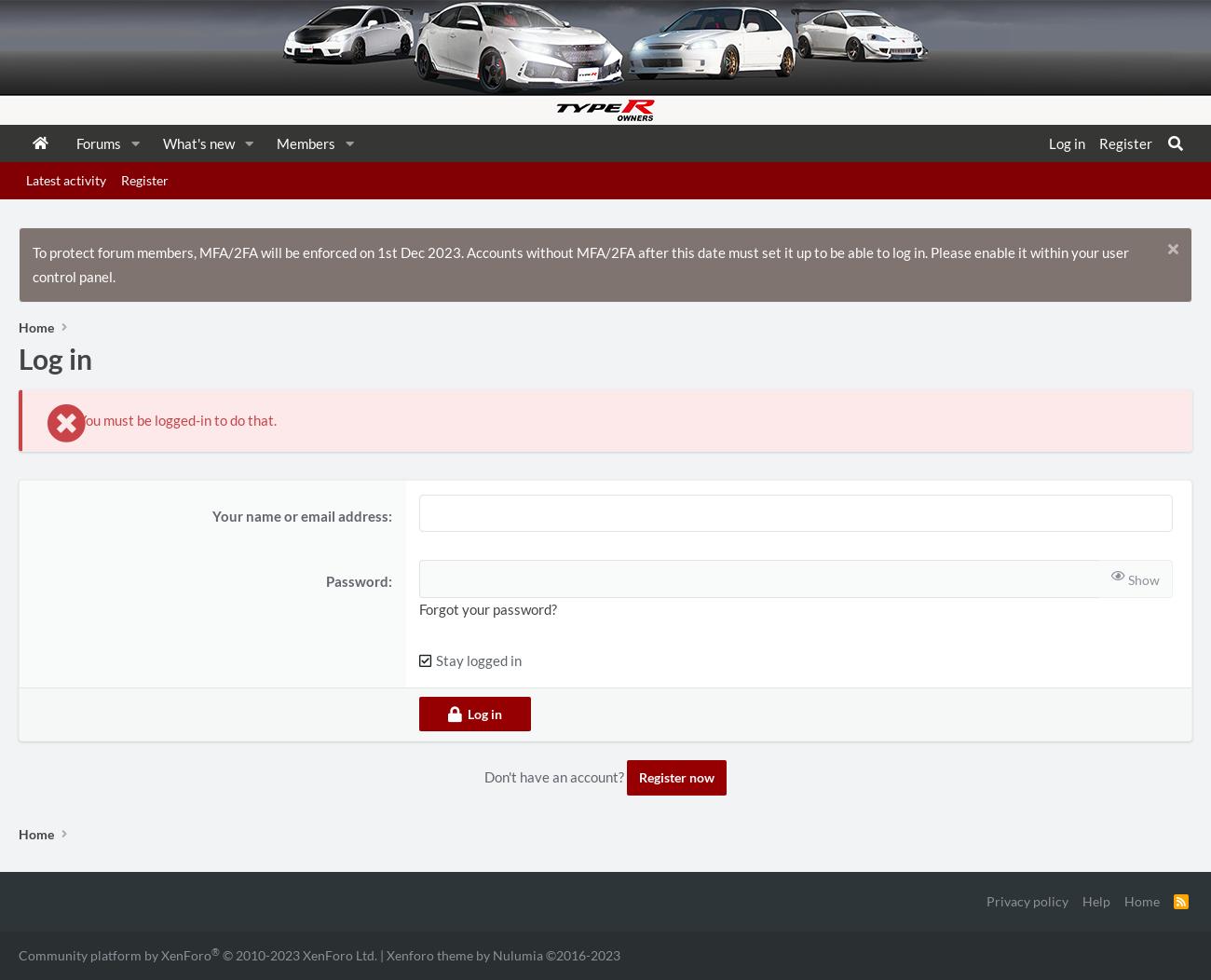 Image resolution: width=1211 pixels, height=980 pixels. I want to click on 'Latest activity', so click(65, 180).